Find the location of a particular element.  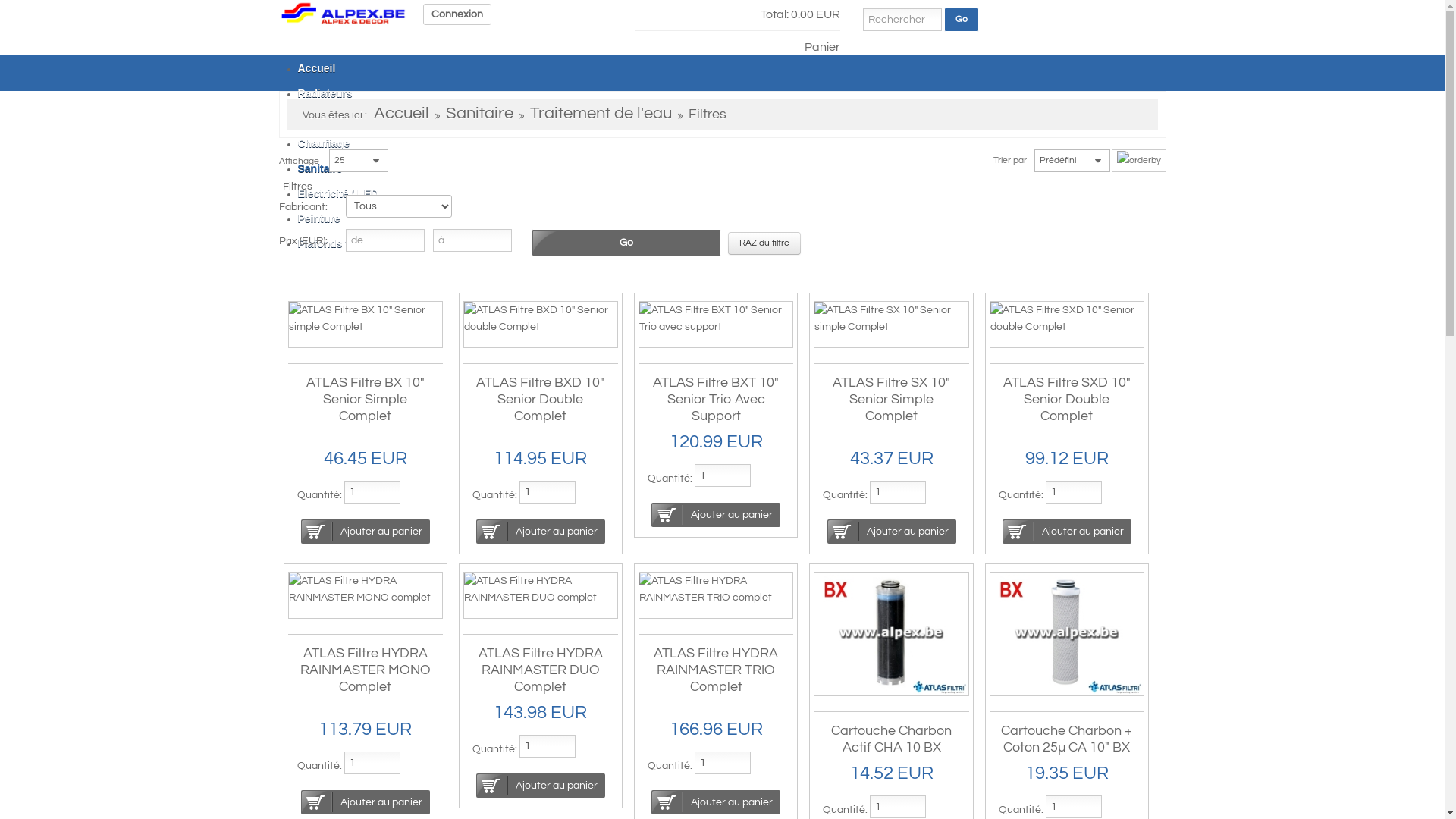

'Chauffage' is located at coordinates (297, 143).